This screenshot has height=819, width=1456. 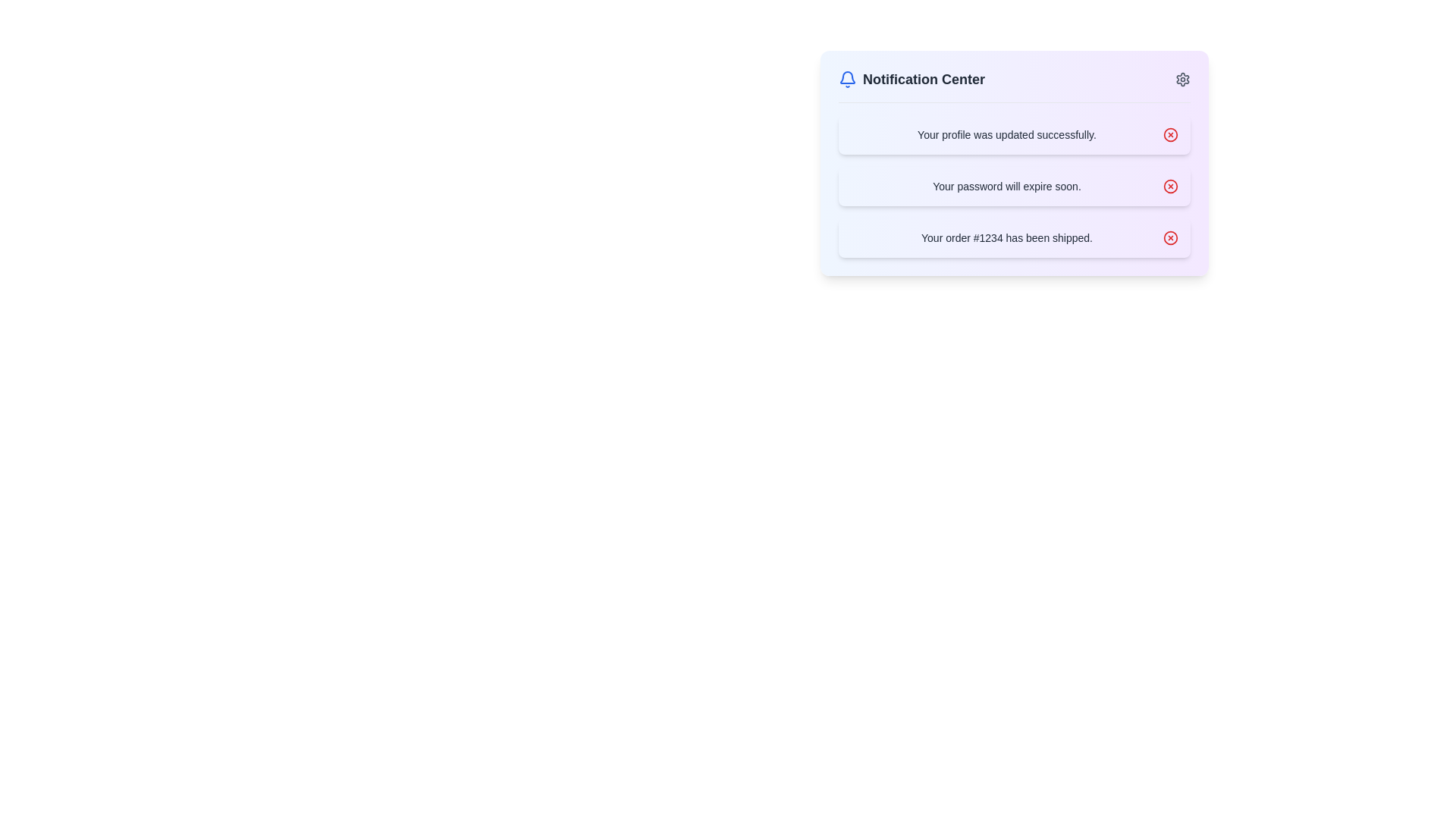 I want to click on the notification box displaying 'Your profile was updated successfully.' with a light blue background and a small red circular 'X' icon, so click(x=1015, y=133).